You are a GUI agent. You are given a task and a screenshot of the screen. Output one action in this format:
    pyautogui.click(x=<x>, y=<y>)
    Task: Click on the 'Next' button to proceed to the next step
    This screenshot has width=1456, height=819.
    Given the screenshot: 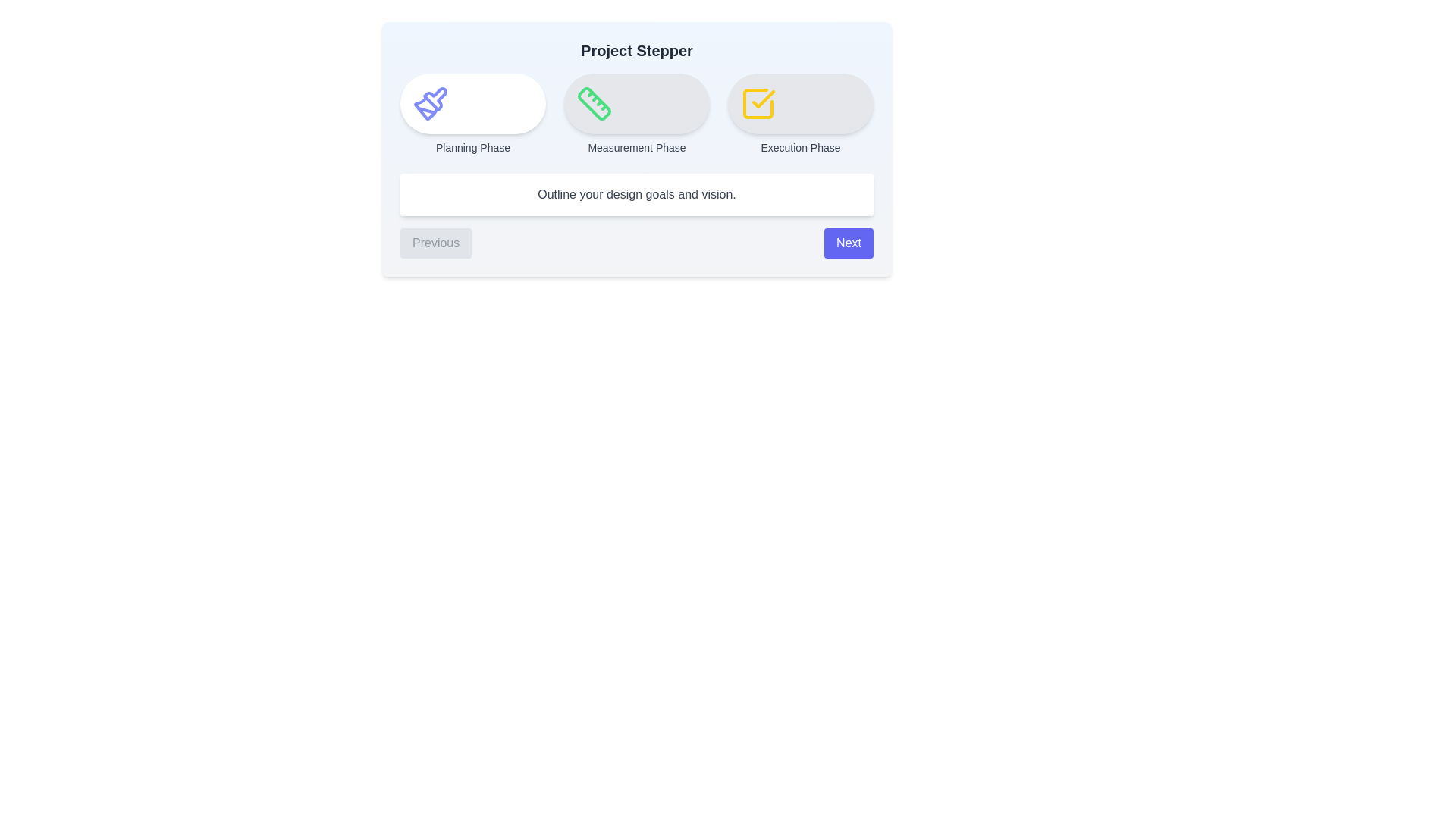 What is the action you would take?
    pyautogui.click(x=848, y=242)
    